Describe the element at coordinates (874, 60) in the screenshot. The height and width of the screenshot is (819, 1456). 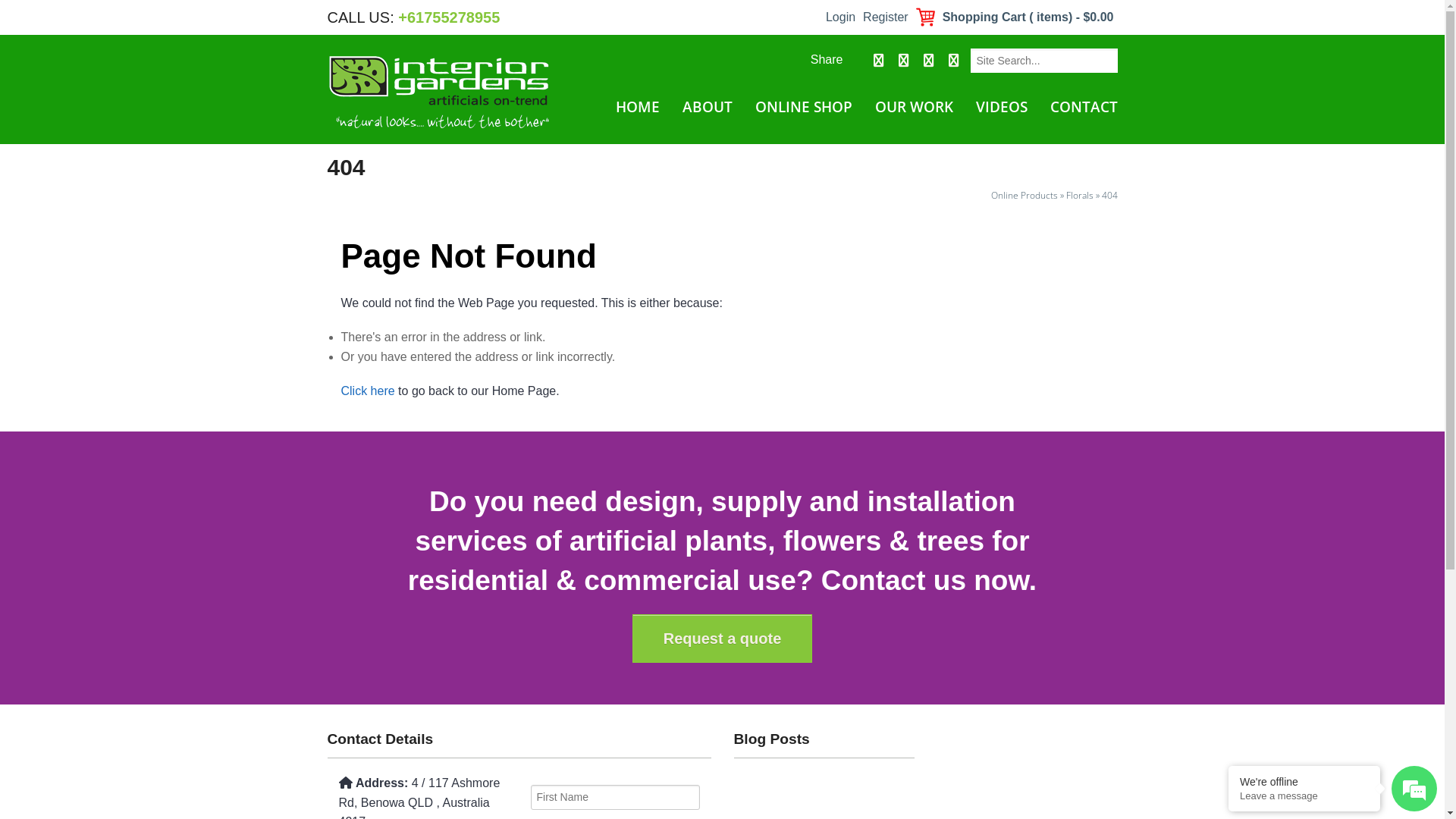
I see `'facebook'` at that location.